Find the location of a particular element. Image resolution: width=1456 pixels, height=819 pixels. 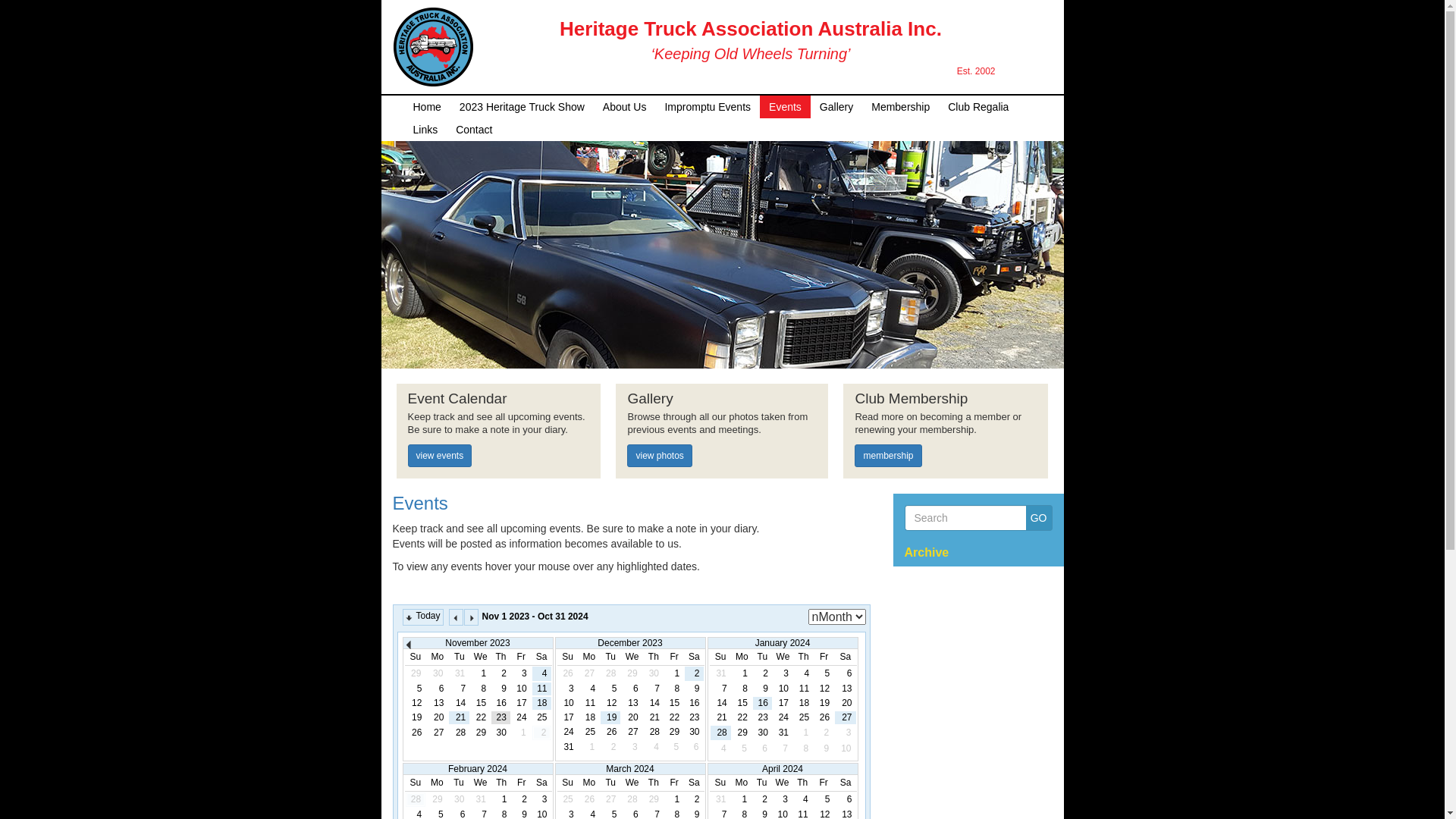

'11' is located at coordinates (588, 703).